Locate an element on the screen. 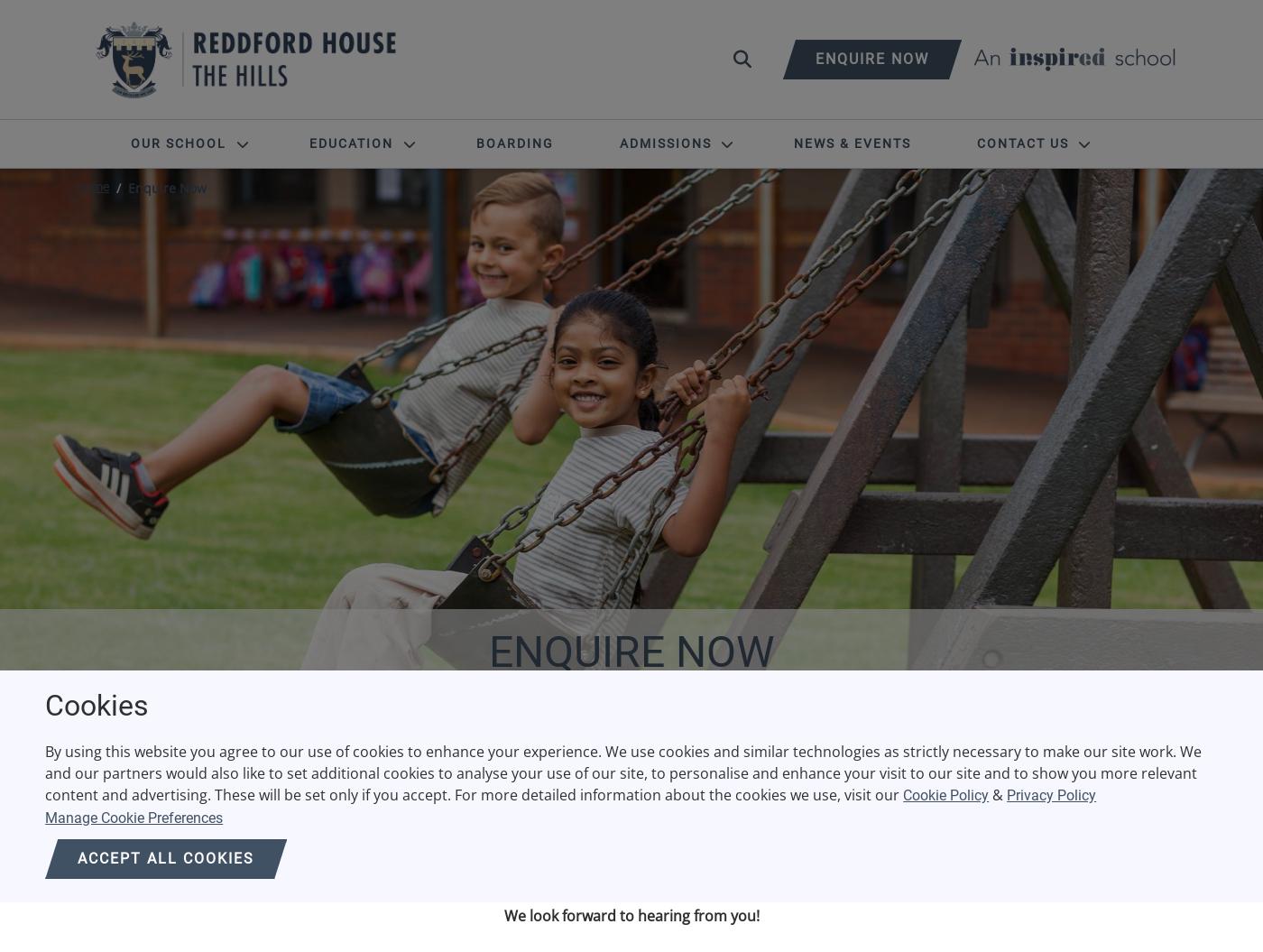 This screenshot has height=952, width=1263. 'News & Events' is located at coordinates (853, 143).